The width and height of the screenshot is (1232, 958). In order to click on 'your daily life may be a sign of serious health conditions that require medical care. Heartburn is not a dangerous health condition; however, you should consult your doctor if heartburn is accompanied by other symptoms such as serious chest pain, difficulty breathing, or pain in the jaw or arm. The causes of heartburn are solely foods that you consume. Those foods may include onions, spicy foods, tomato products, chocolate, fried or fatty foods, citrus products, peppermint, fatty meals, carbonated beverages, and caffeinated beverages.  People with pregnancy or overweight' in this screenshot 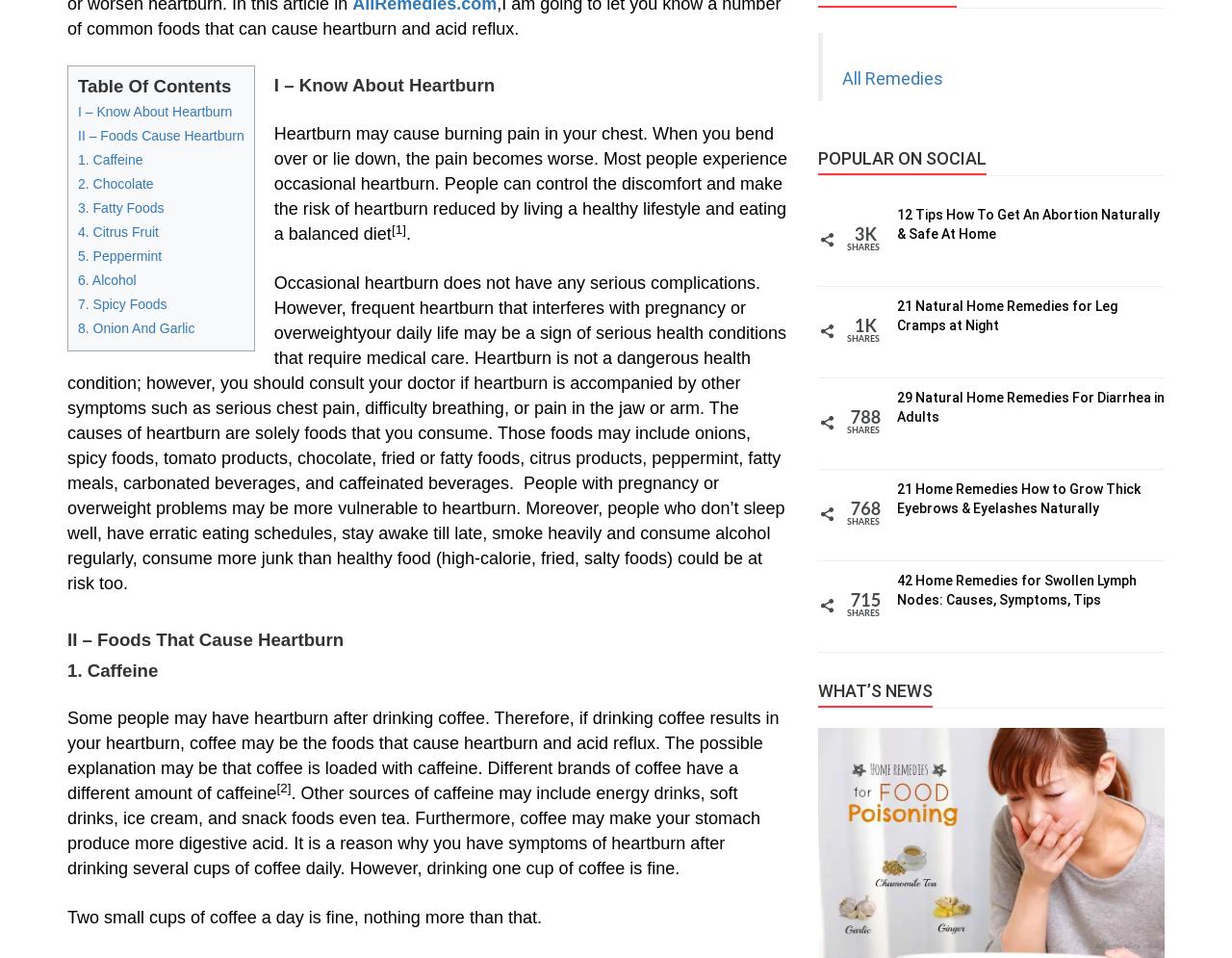, I will do `click(425, 420)`.